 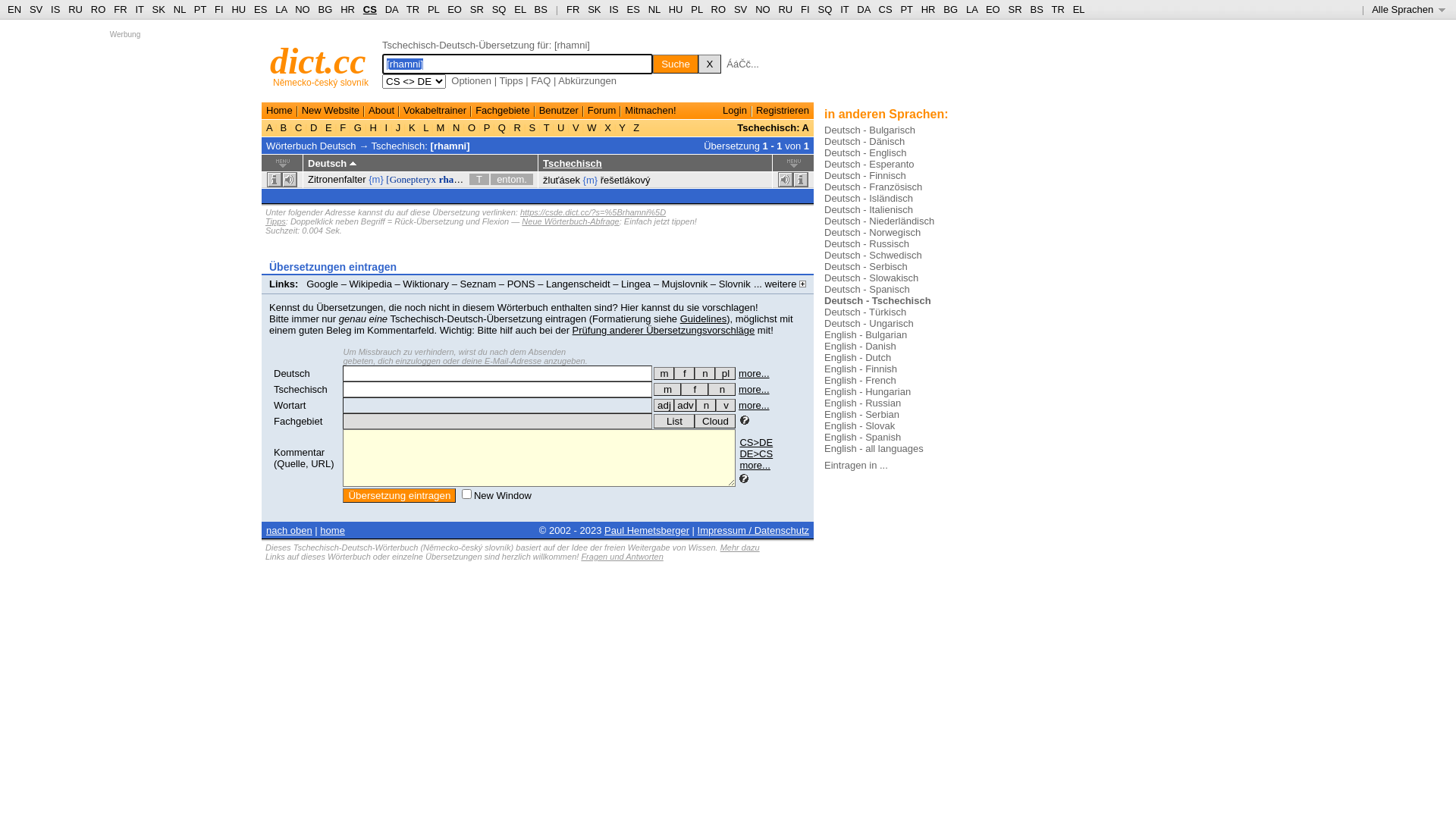 What do you see at coordinates (541, 80) in the screenshot?
I see `'FAQ'` at bounding box center [541, 80].